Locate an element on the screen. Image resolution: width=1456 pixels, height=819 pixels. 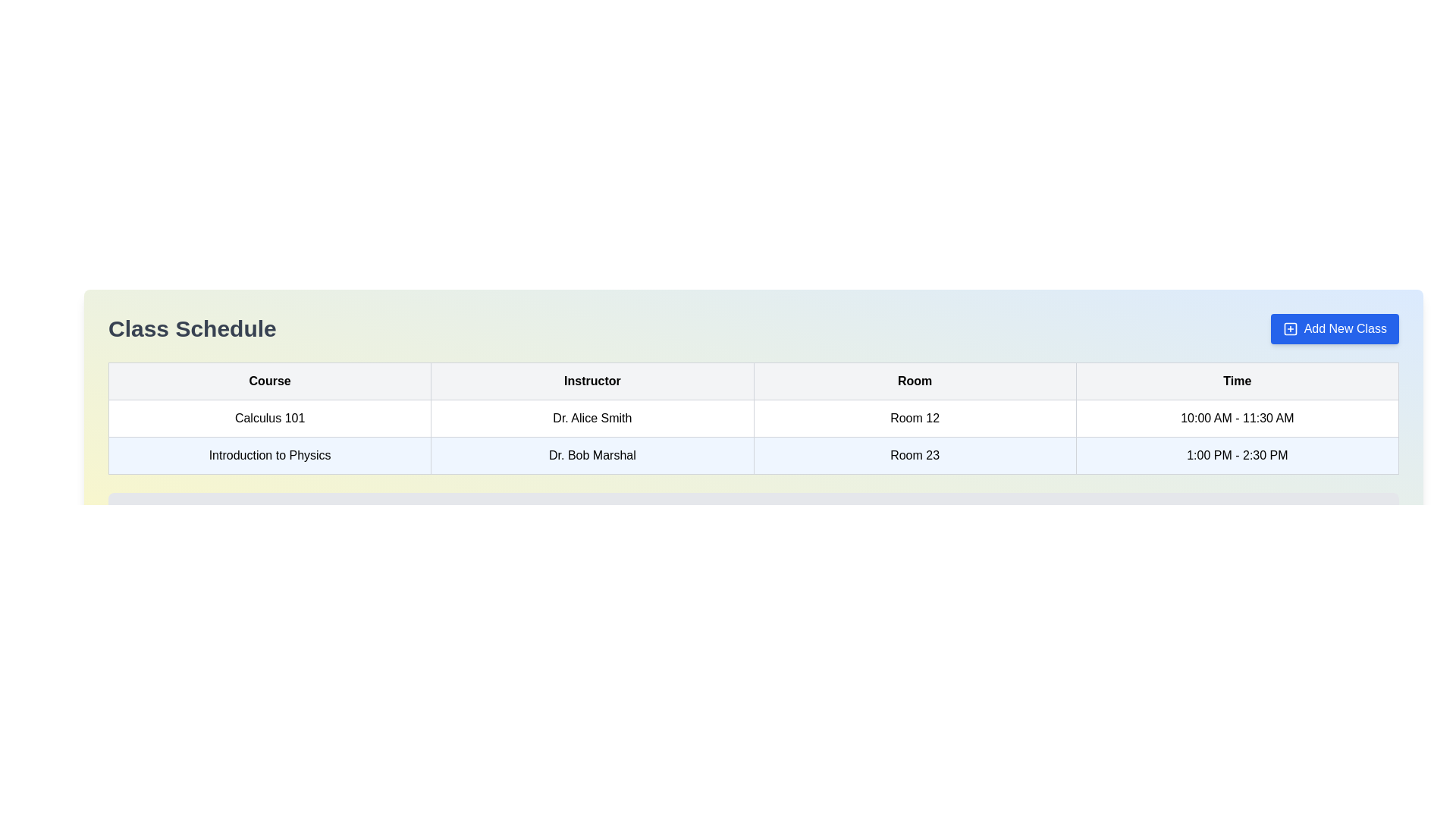
the second row in the Class Schedule table, which contains 'Introduction to Physics', 'Dr. Bob Marshal', 'Room 23', and '1:00 PM - 2:30 PM', distinguished by a light blue background is located at coordinates (753, 455).